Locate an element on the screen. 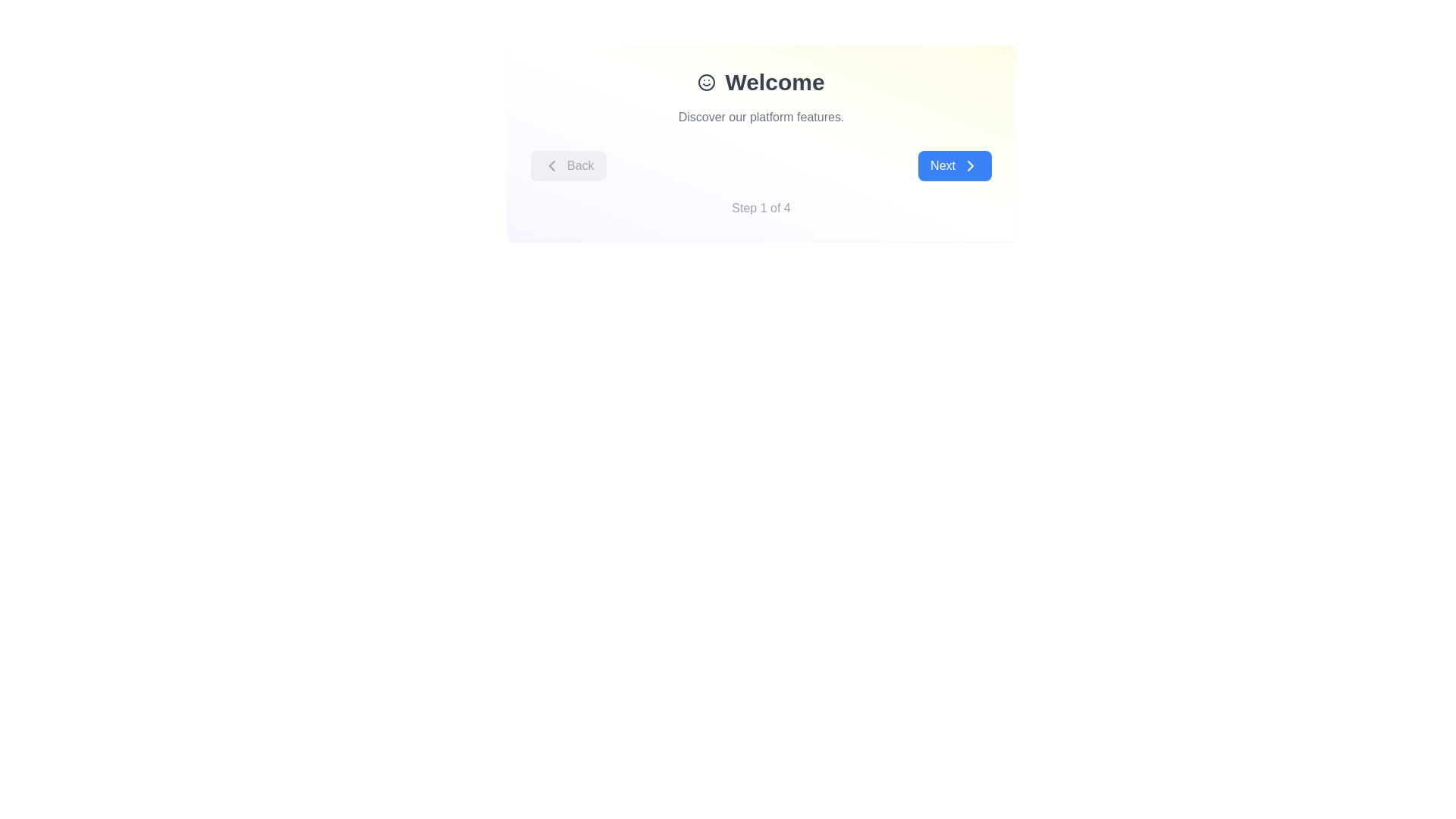 The height and width of the screenshot is (819, 1456). the introductory text element located below the 'Welcome' text and smiley icon, which summarizes or invites users is located at coordinates (761, 116).